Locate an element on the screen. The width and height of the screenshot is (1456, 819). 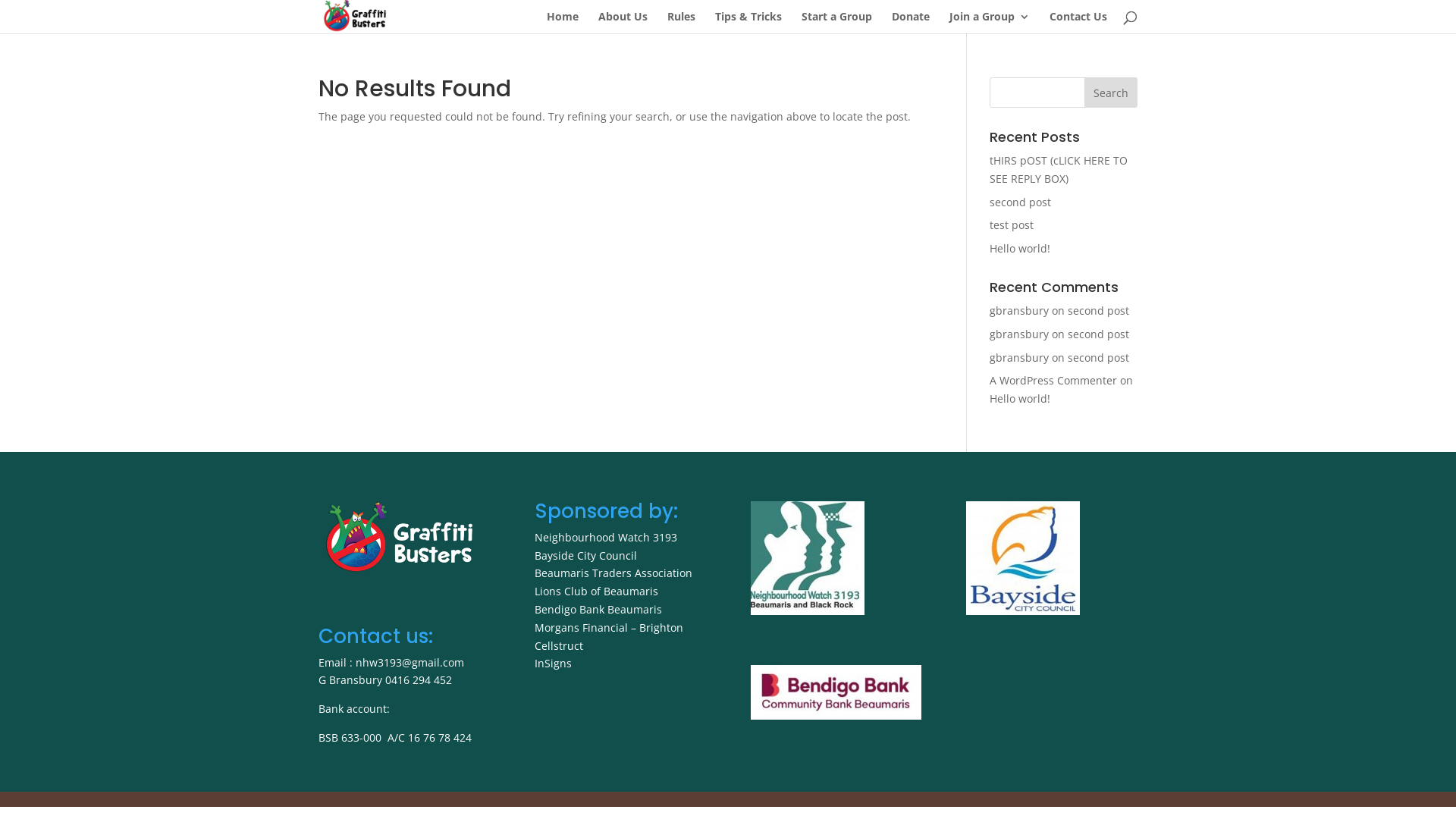
'Hello world!' is located at coordinates (1019, 247).